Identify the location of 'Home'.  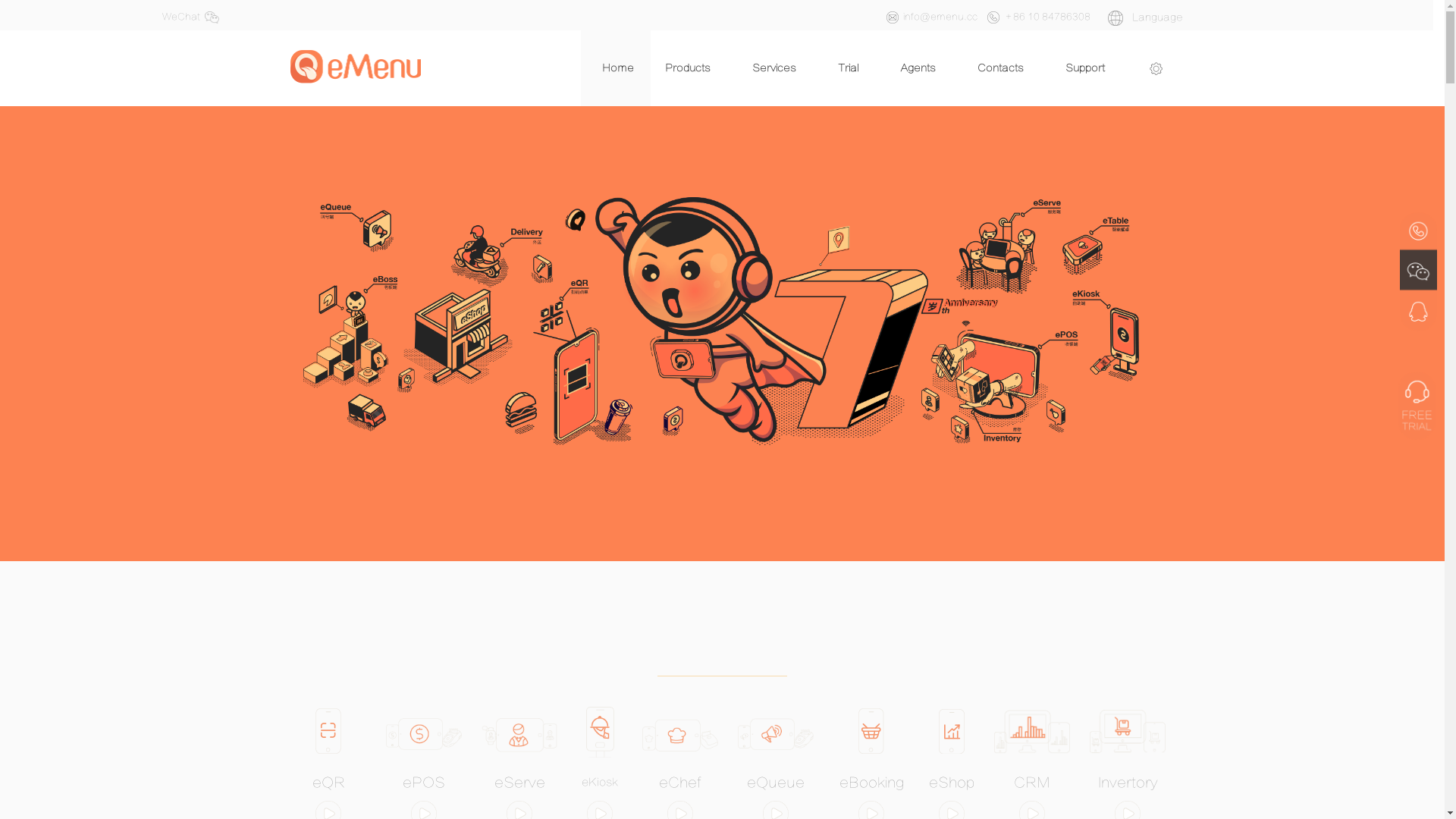
(574, 67).